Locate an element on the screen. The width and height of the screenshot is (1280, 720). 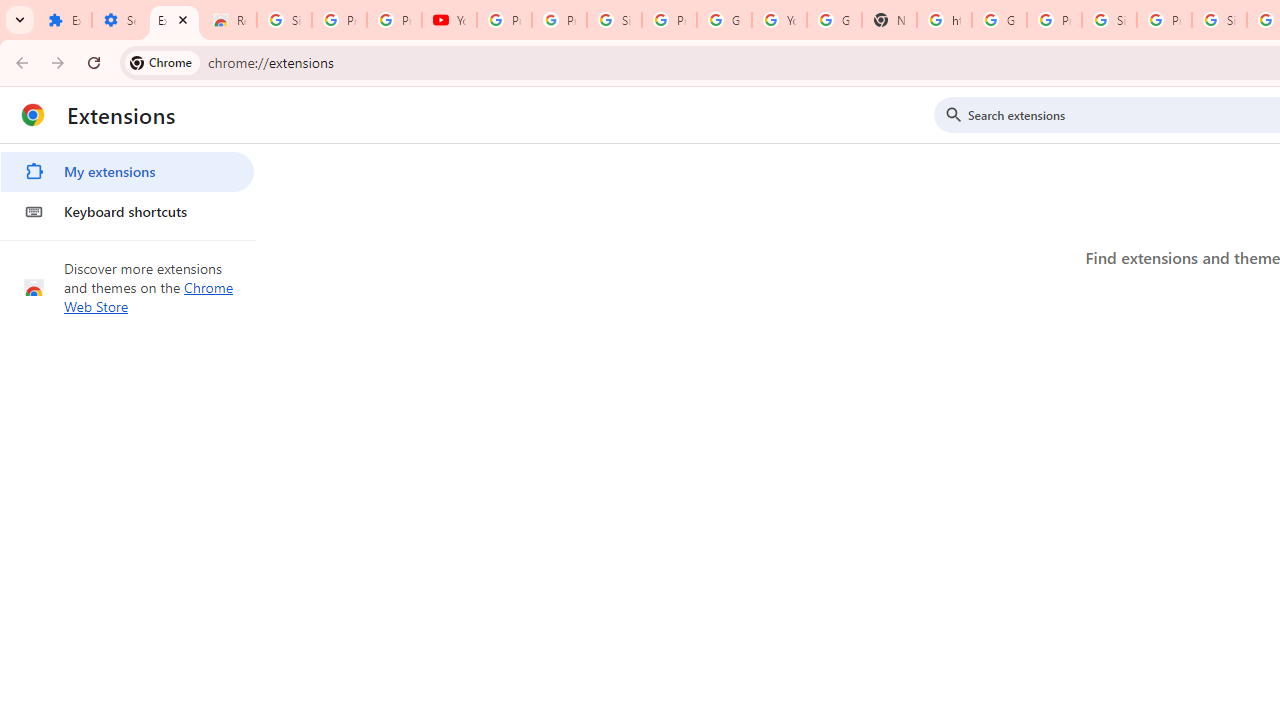
'New Tab' is located at coordinates (887, 20).